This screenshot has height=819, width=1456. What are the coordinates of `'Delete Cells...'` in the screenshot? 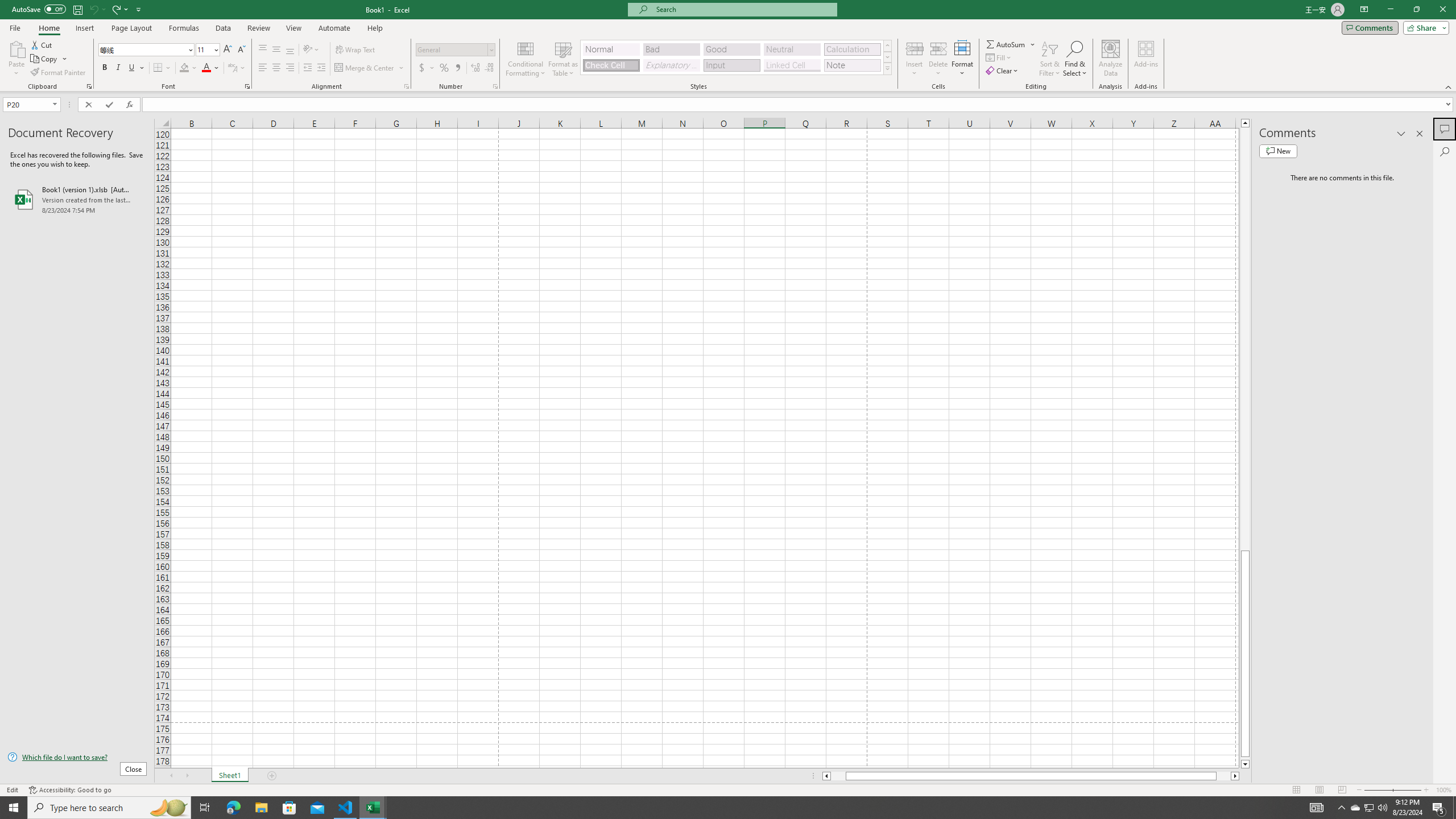 It's located at (937, 48).